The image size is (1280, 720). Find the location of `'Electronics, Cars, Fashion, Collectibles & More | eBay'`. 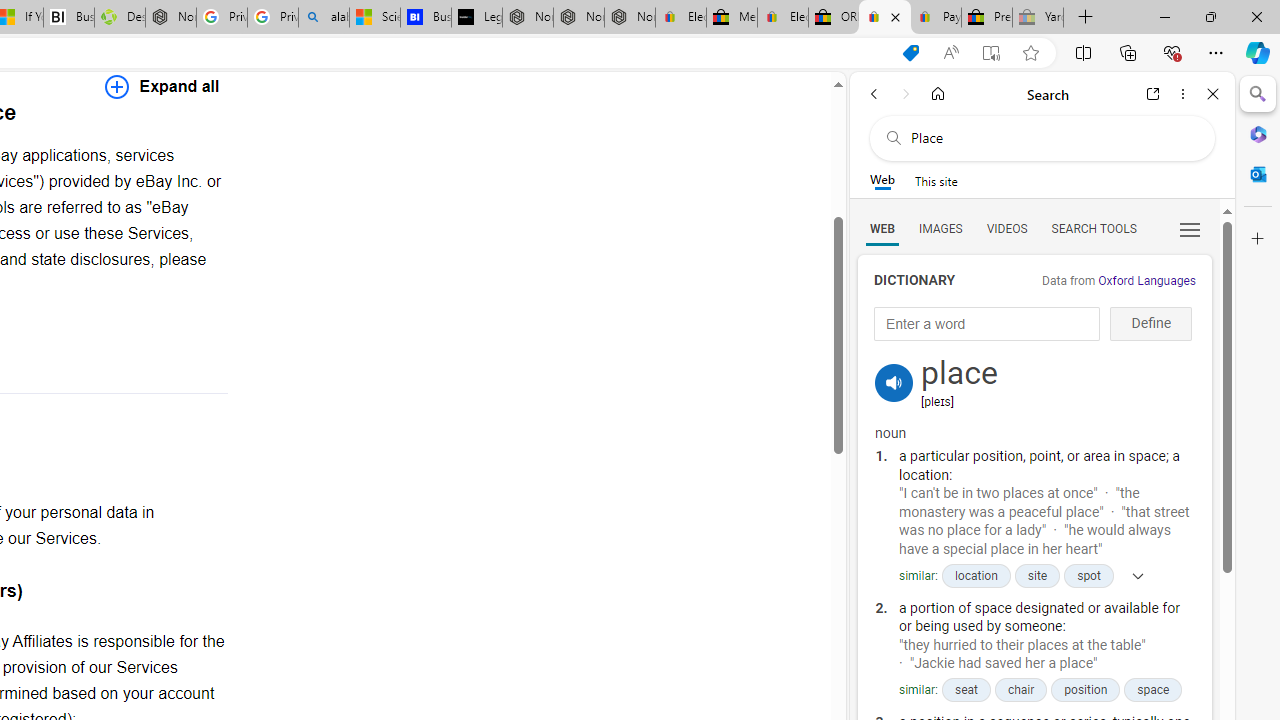

'Electronics, Cars, Fashion, Collectibles & More | eBay' is located at coordinates (781, 17).